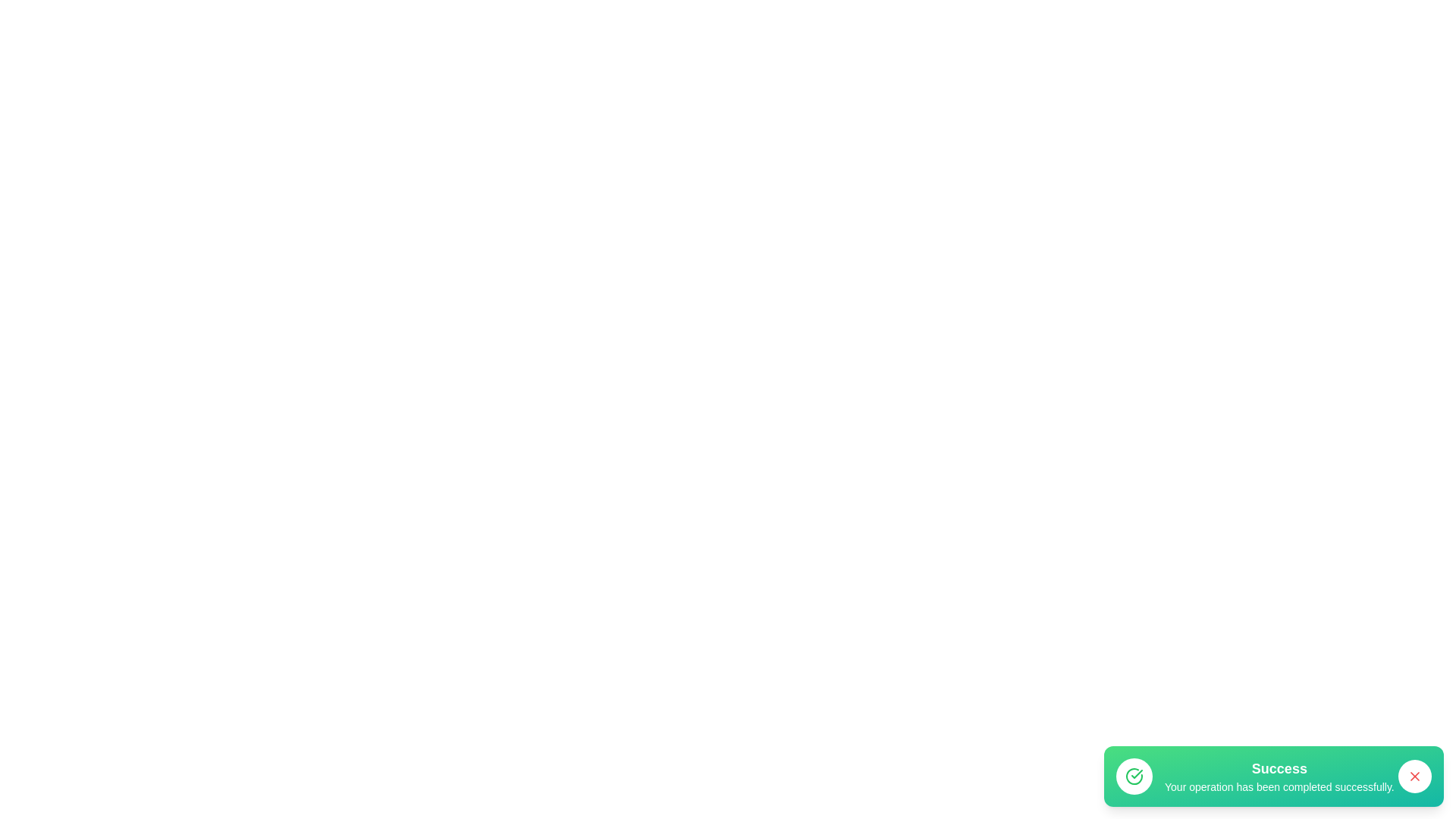 This screenshot has height=819, width=1456. I want to click on the success icon to inspect it, so click(1134, 776).